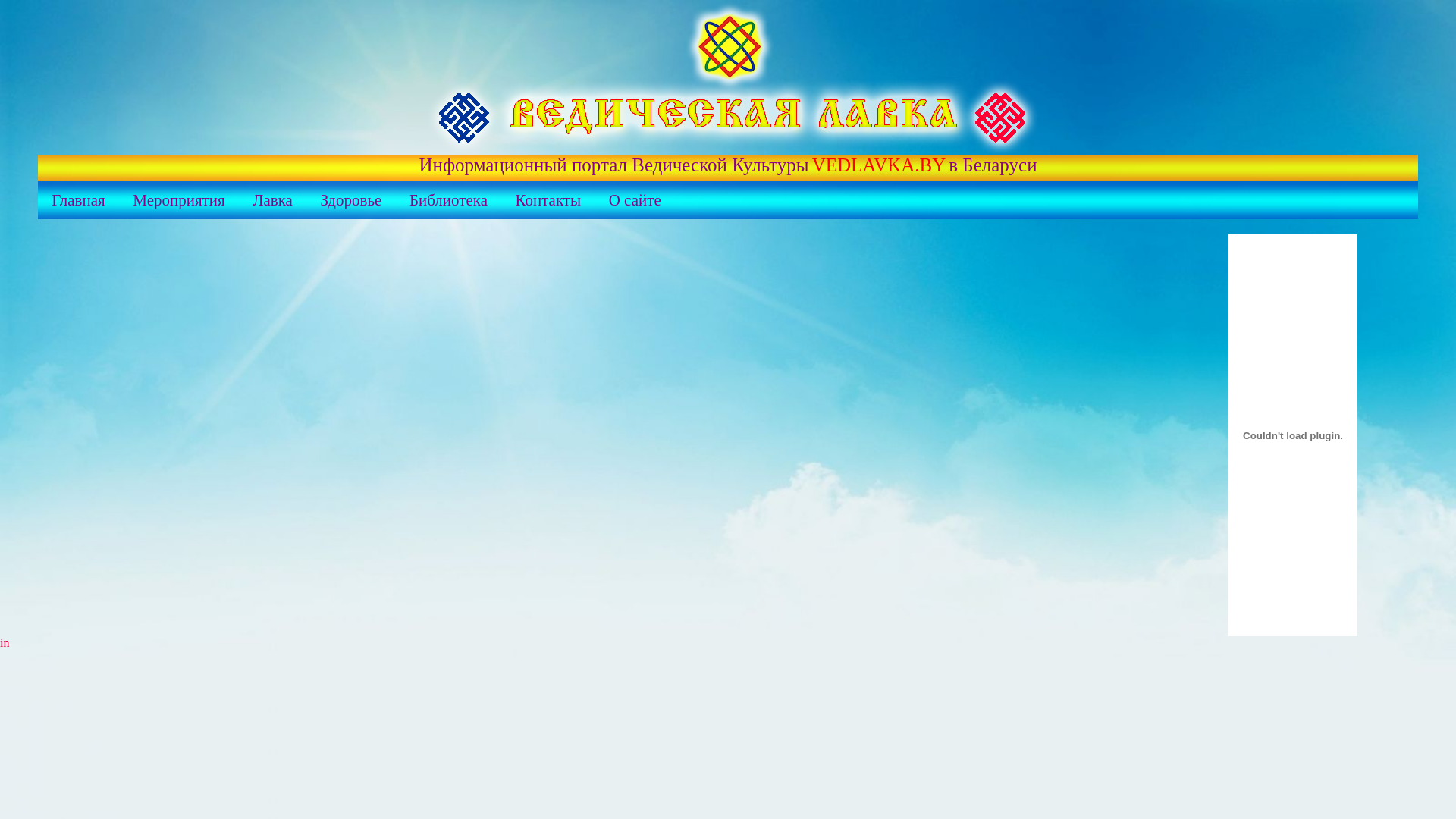  I want to click on 'in', so click(0, 642).